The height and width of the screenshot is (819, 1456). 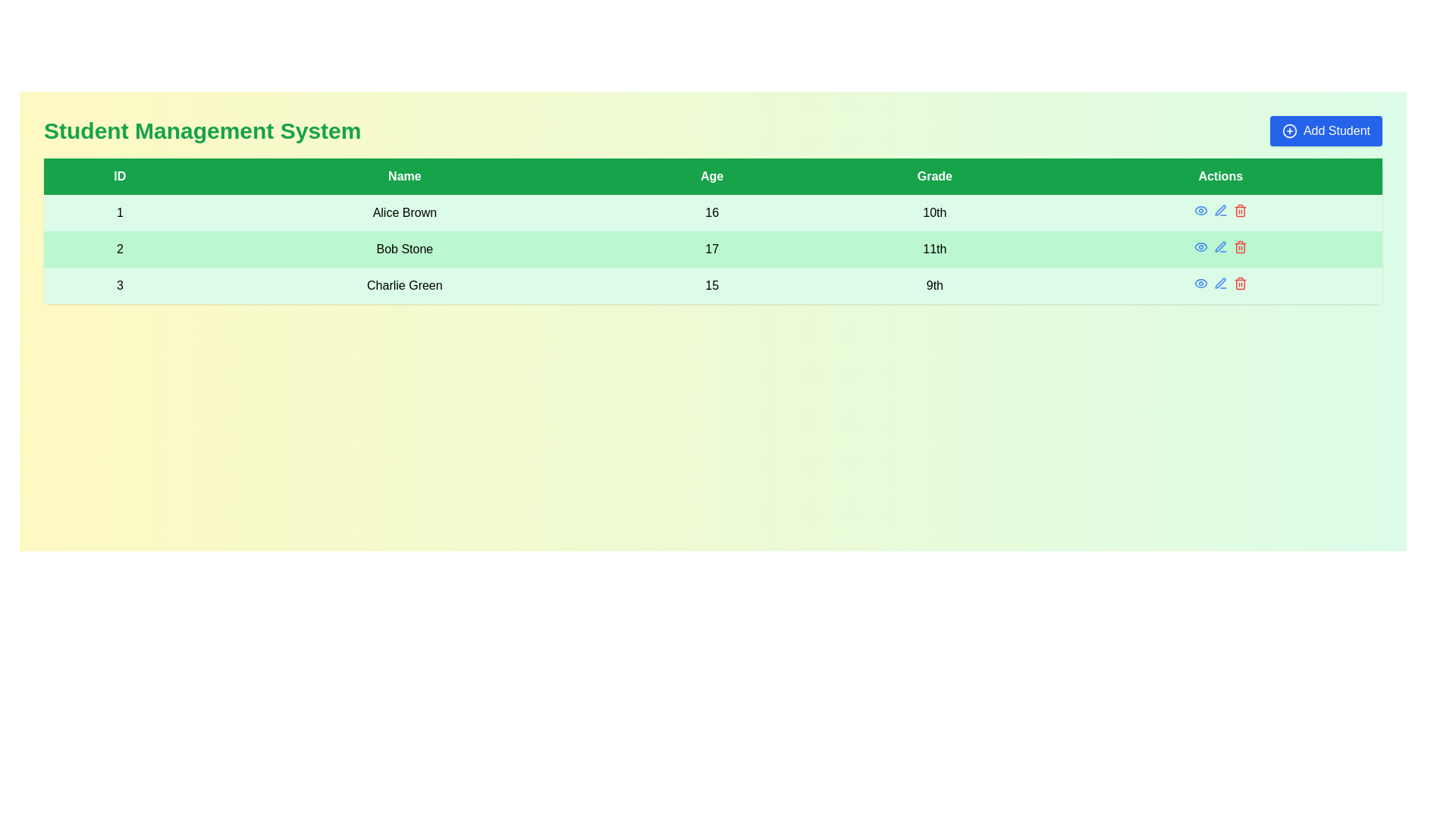 What do you see at coordinates (712, 175) in the screenshot?
I see `text of the headers from the Table Header Row, which spans the full width of the table and is located below the 'Student Management System' label` at bounding box center [712, 175].